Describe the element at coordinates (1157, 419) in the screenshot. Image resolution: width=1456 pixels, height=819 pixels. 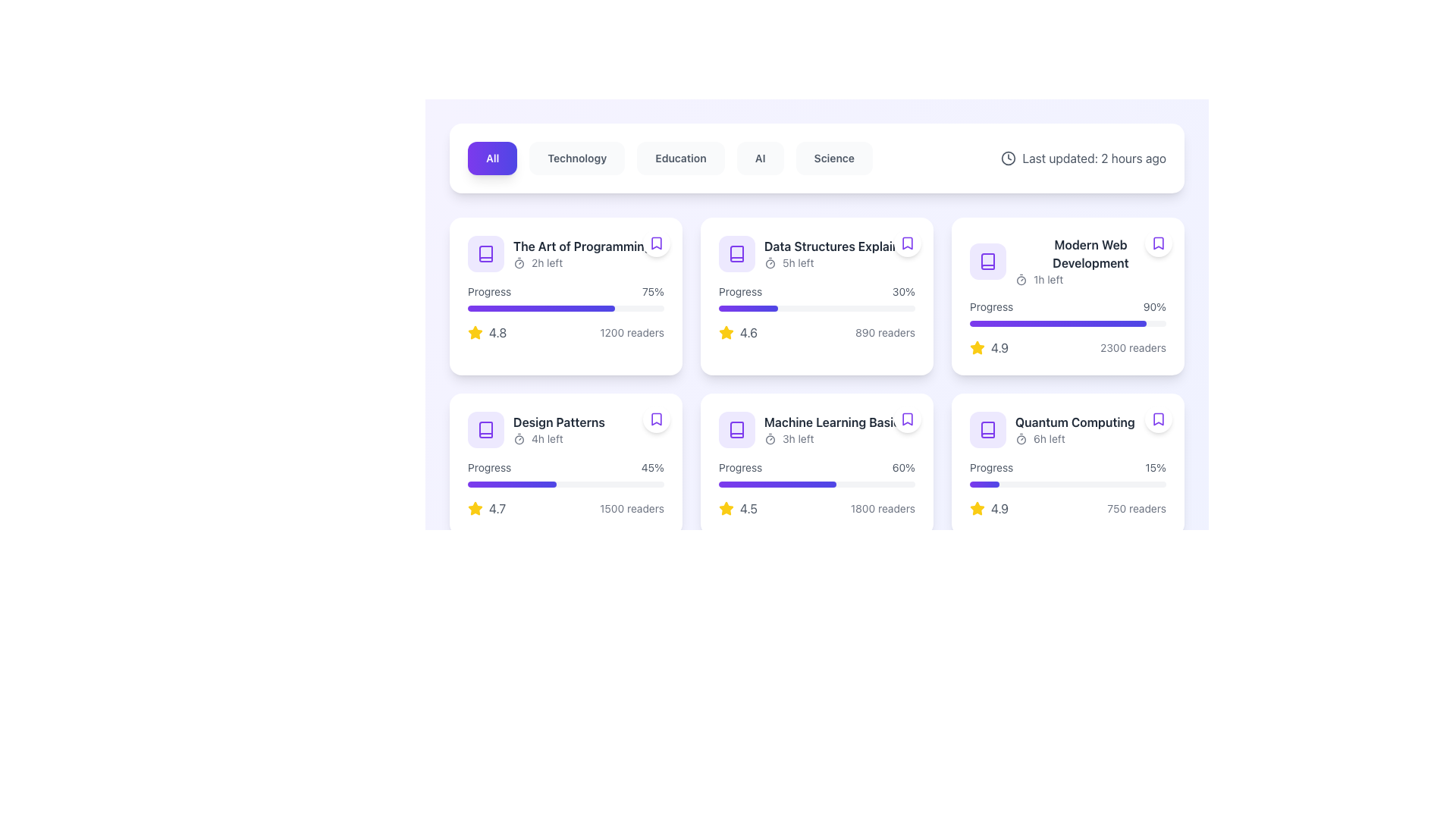
I see `the bookmark button located in the top-right corner of the 'Quantum Computing' card` at that location.